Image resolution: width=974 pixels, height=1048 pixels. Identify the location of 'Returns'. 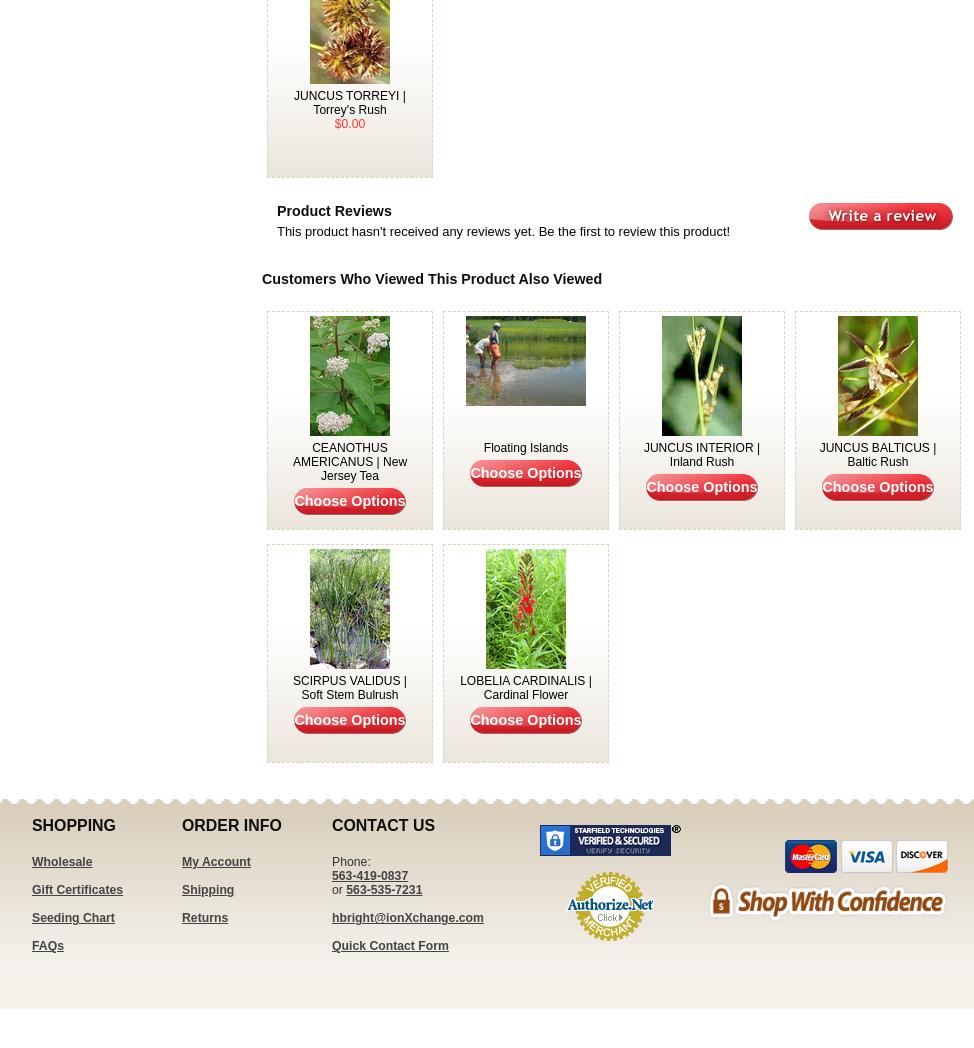
(205, 918).